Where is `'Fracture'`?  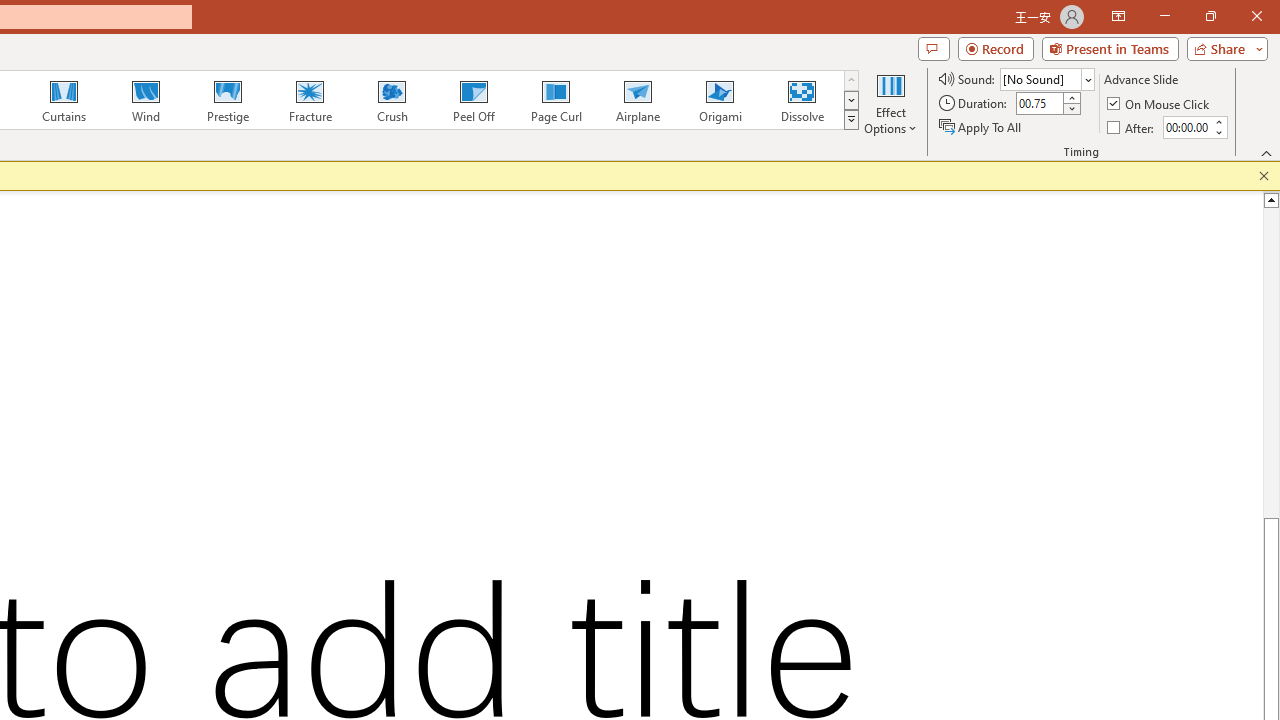
'Fracture' is located at coordinates (308, 100).